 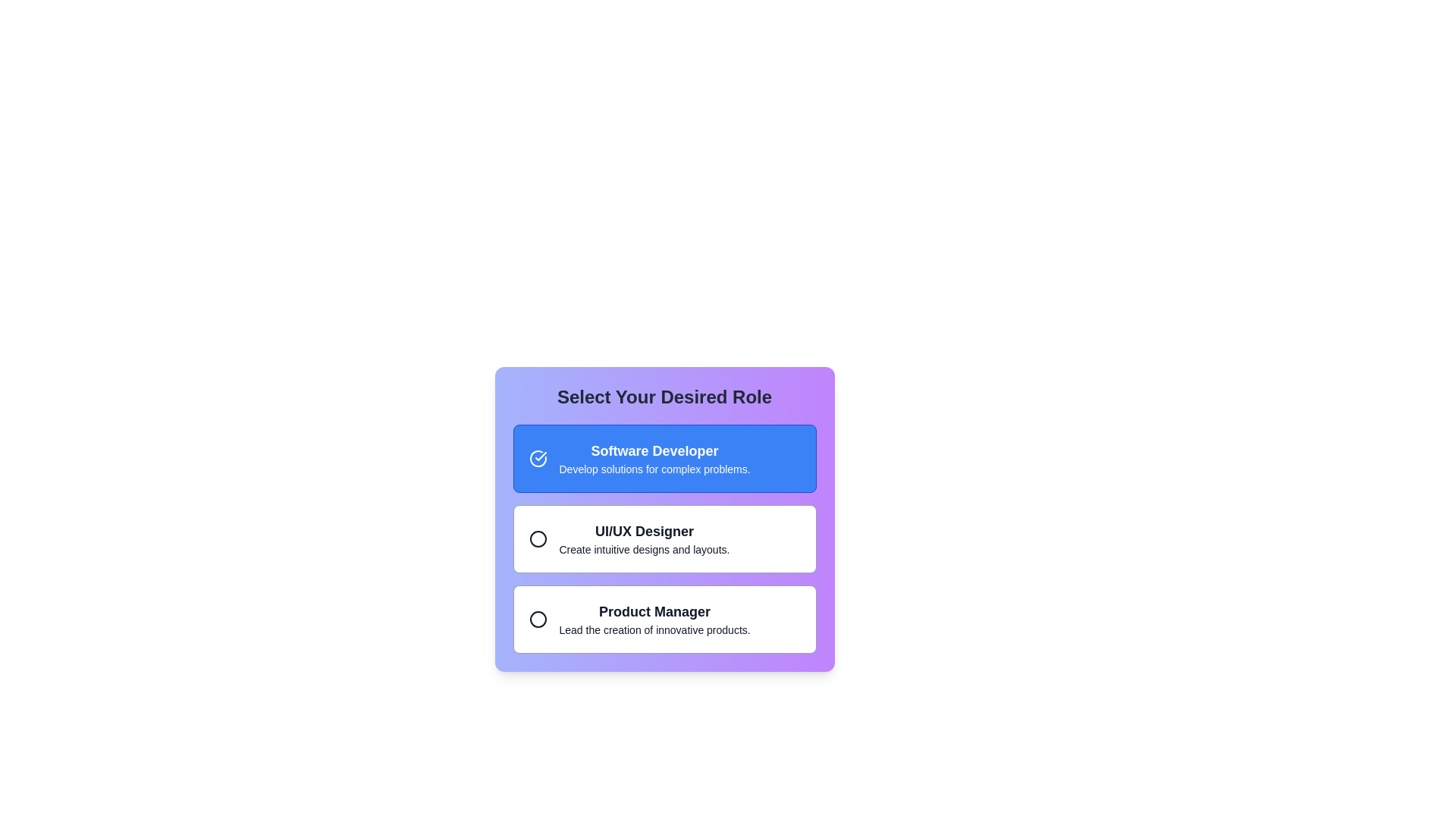 What do you see at coordinates (654, 450) in the screenshot?
I see `the 'Software Developer' text label element, which is displayed in bold white font on a blue rectangular background` at bounding box center [654, 450].